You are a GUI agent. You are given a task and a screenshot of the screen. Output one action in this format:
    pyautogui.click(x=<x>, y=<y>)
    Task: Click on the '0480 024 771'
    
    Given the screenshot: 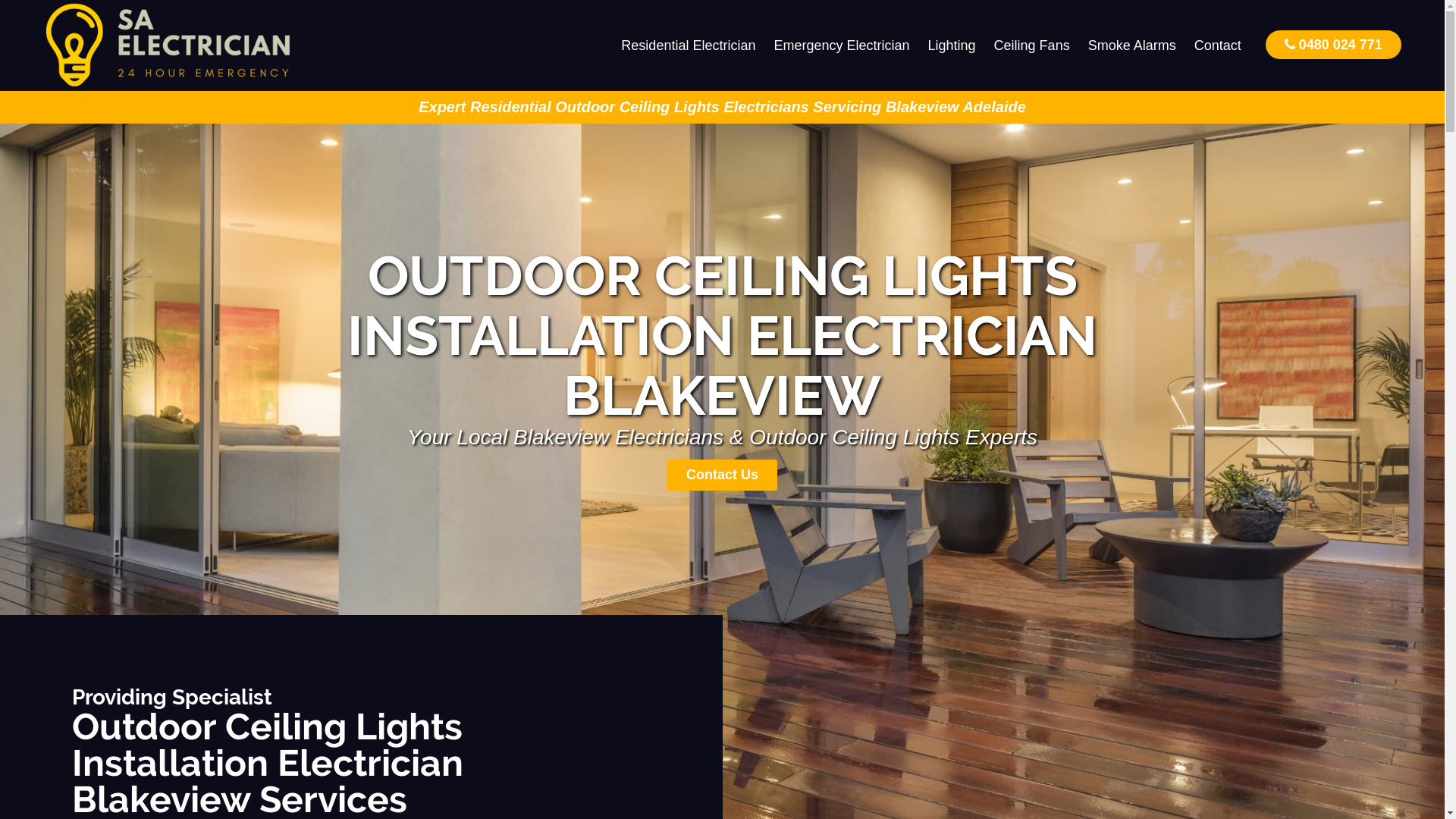 What is the action you would take?
    pyautogui.click(x=1266, y=43)
    